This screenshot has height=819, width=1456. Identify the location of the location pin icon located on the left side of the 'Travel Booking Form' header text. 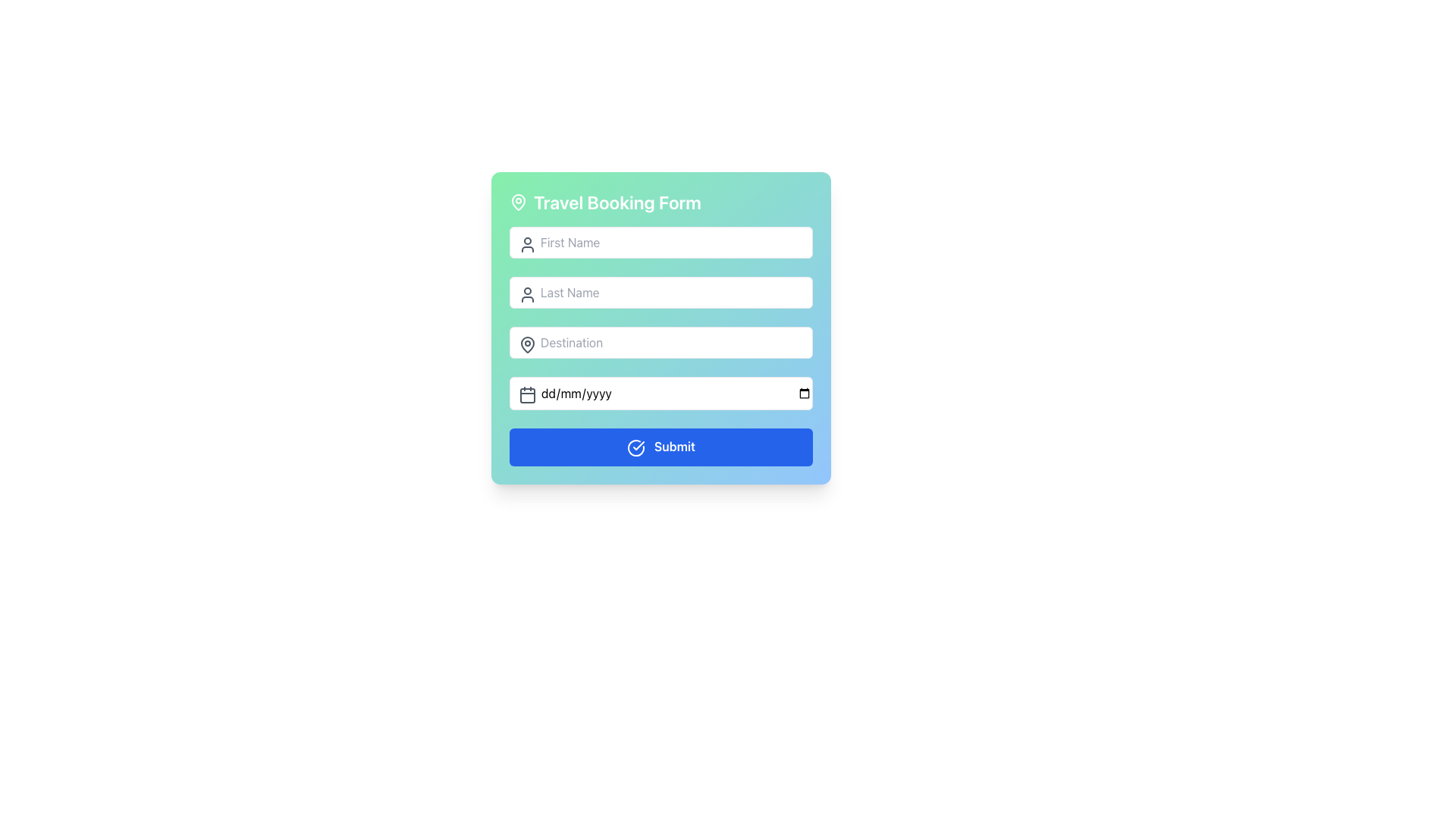
(519, 201).